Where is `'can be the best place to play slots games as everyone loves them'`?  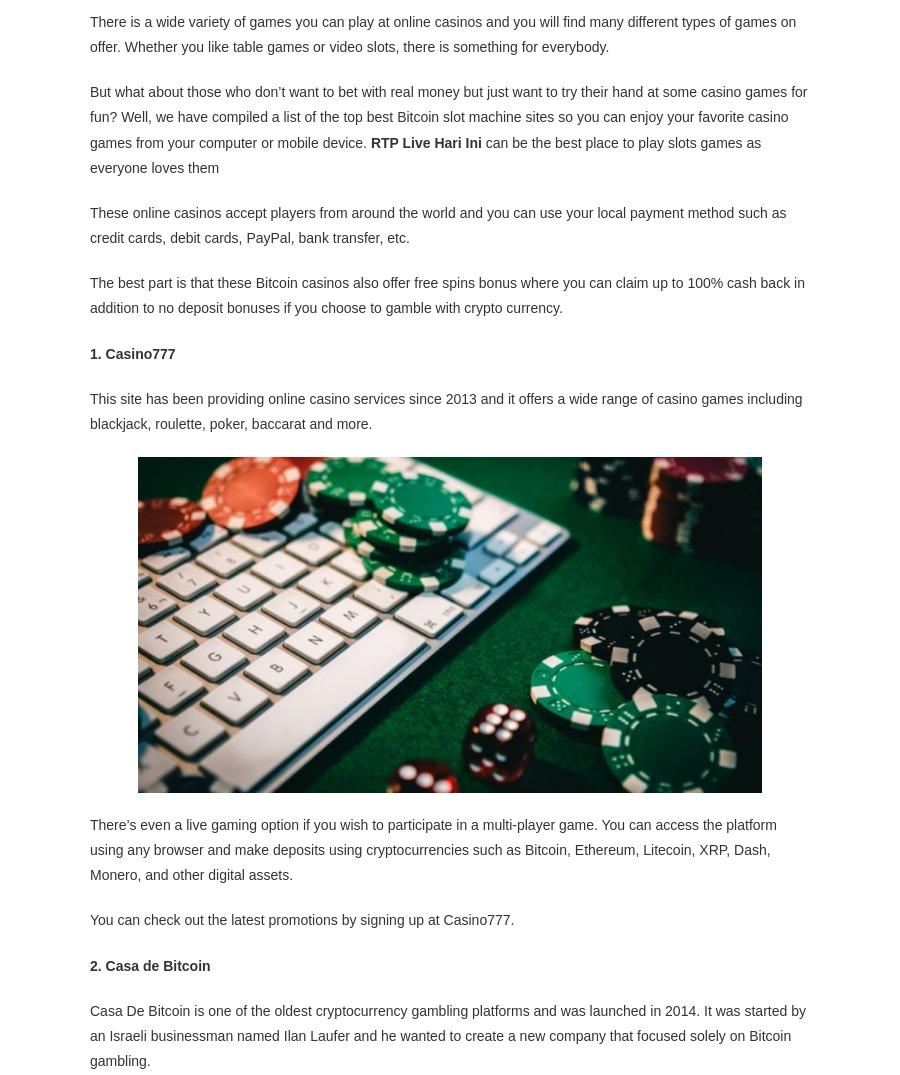
'can be the best place to play slots games as everyone loves them' is located at coordinates (425, 154).